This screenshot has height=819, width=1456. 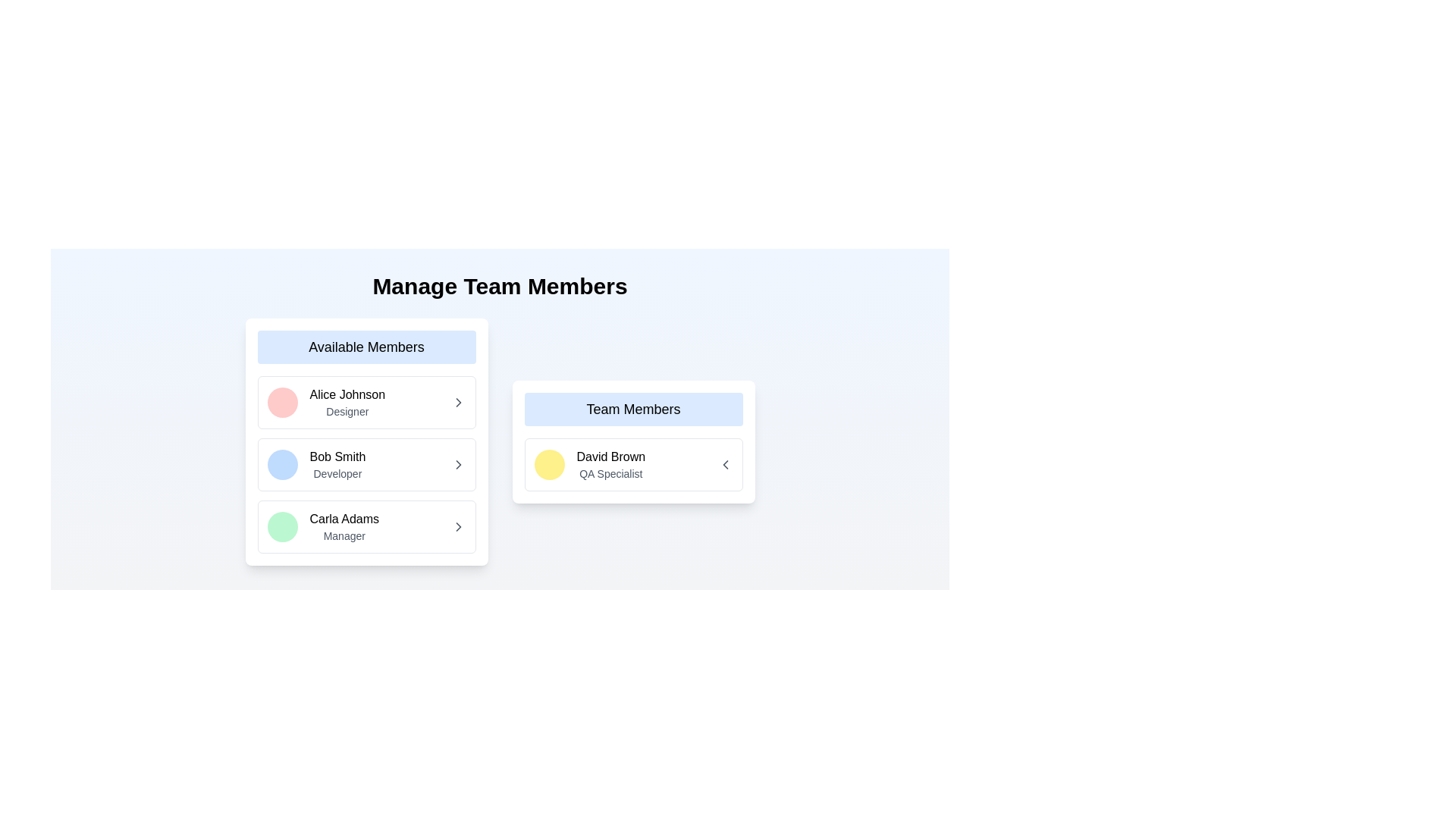 What do you see at coordinates (346, 402) in the screenshot?
I see `to select the text block representing team member Alice Johnson, who has the role of Designer, located in the list of 'Available Members'` at bounding box center [346, 402].